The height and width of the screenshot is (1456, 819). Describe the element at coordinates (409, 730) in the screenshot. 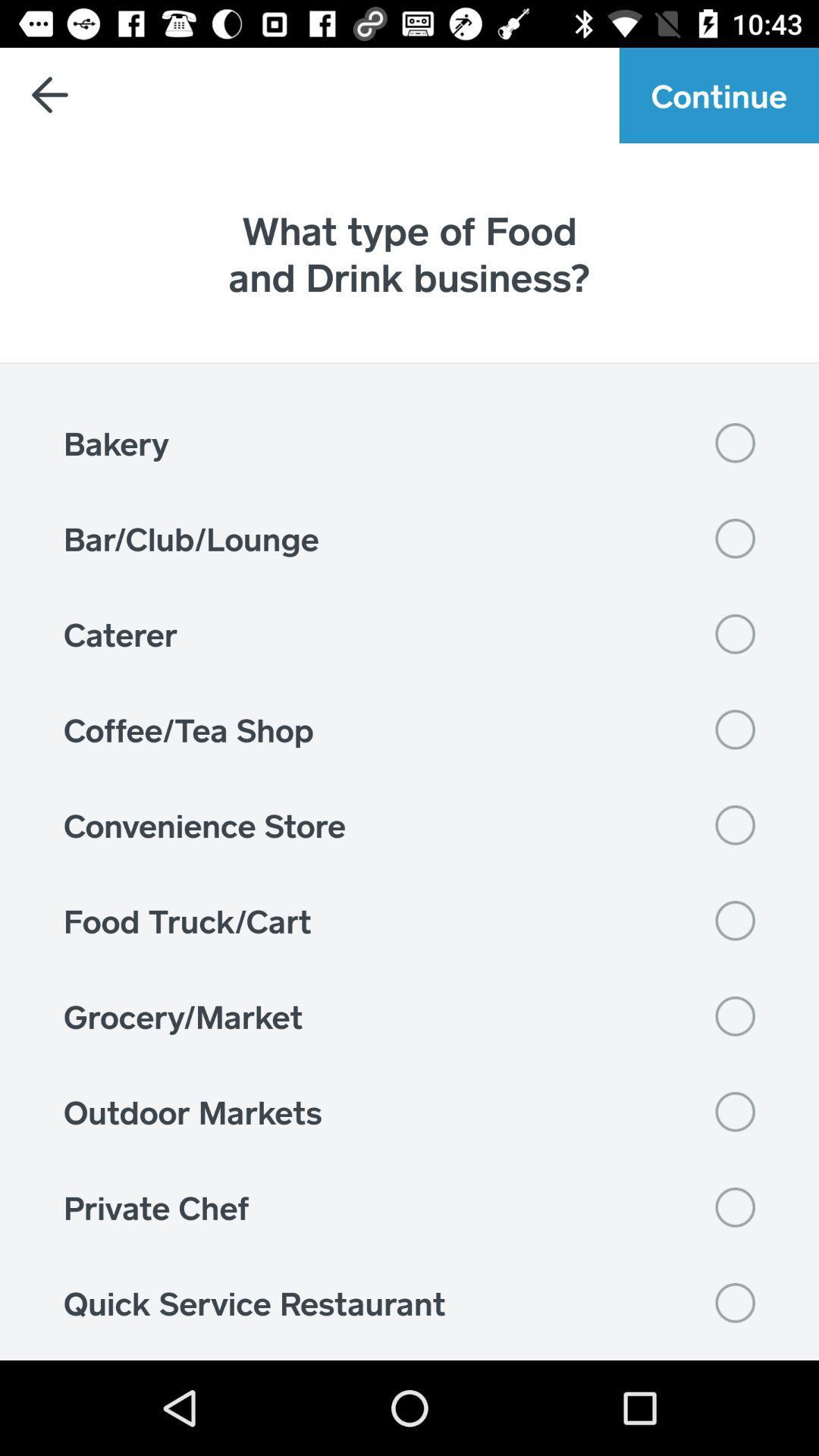

I see `the icon above the convenience store item` at that location.